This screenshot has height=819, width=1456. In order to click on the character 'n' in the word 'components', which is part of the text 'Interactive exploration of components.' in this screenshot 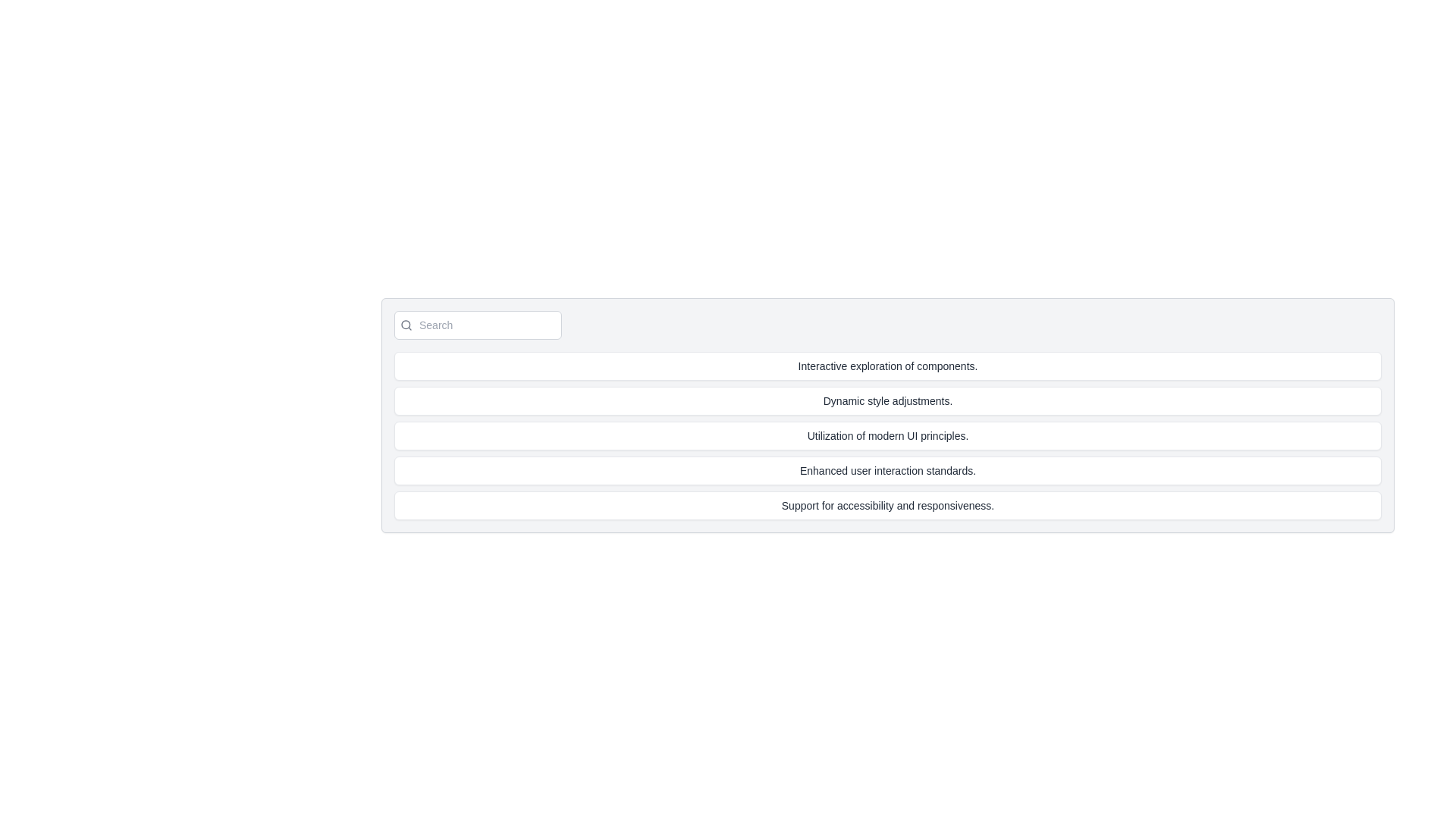, I will do `click(962, 366)`.